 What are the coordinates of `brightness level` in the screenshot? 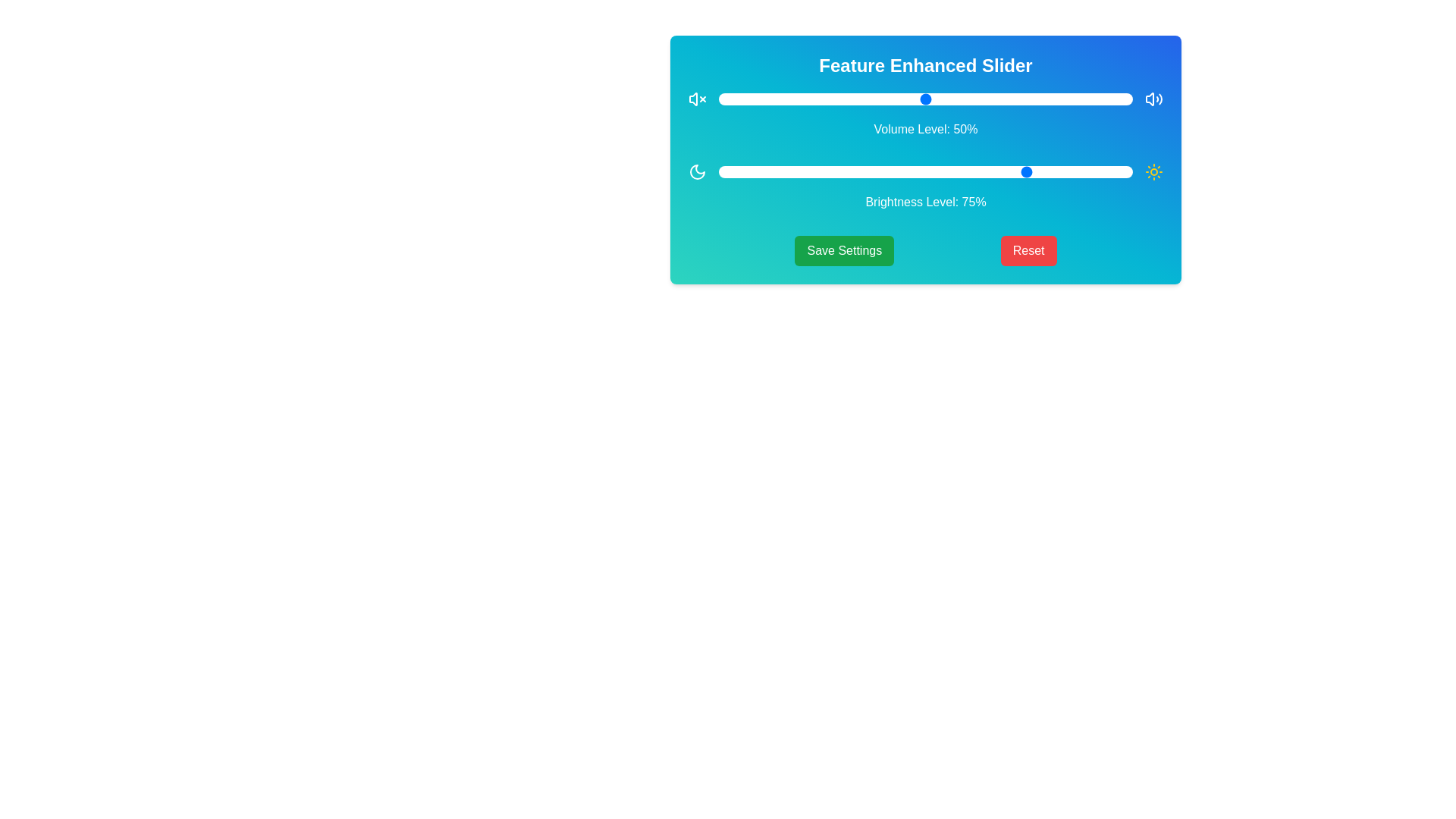 It's located at (1128, 171).